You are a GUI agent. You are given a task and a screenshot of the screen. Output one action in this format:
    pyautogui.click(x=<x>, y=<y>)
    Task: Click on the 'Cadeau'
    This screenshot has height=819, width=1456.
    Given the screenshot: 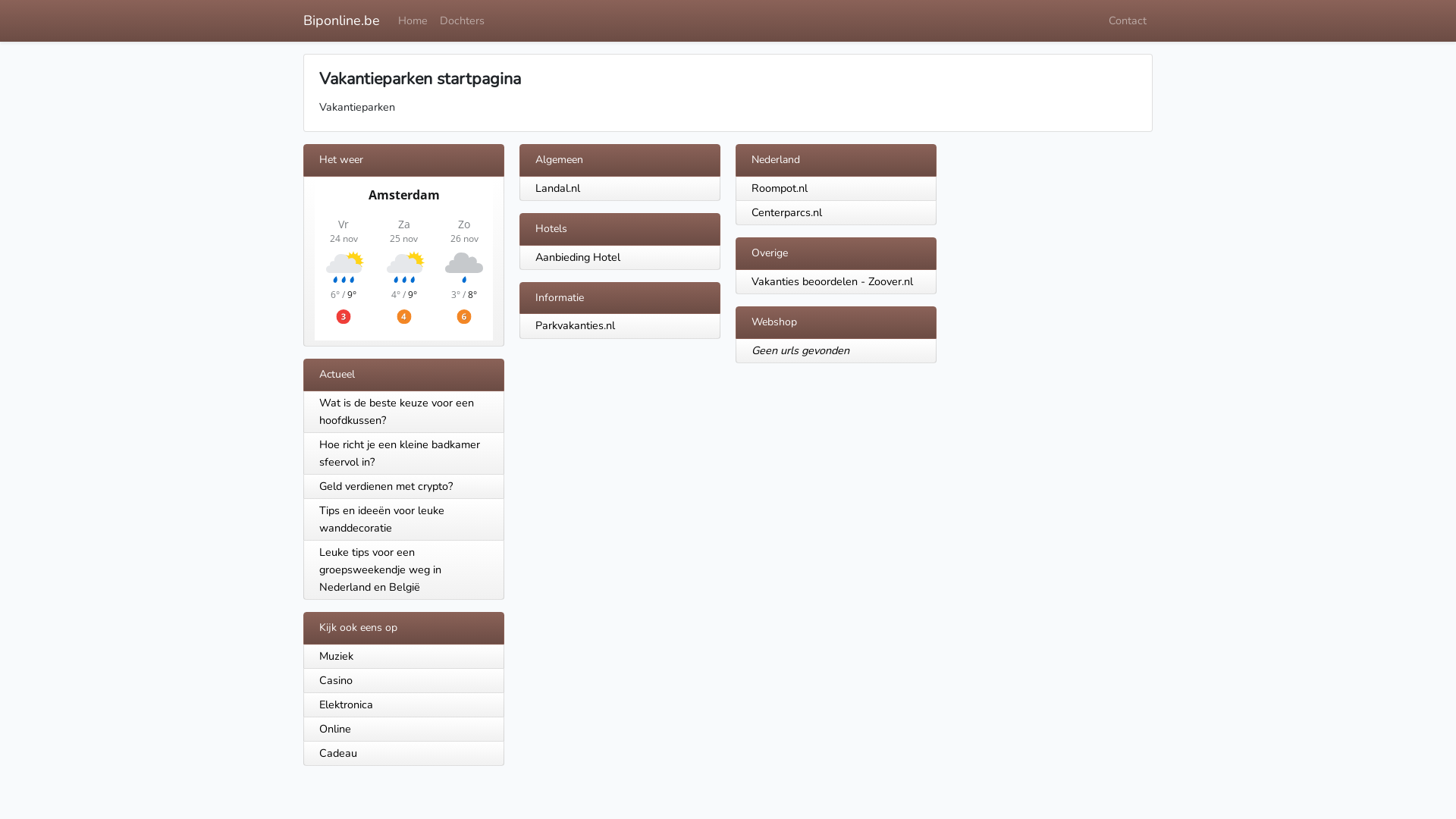 What is the action you would take?
    pyautogui.click(x=403, y=754)
    